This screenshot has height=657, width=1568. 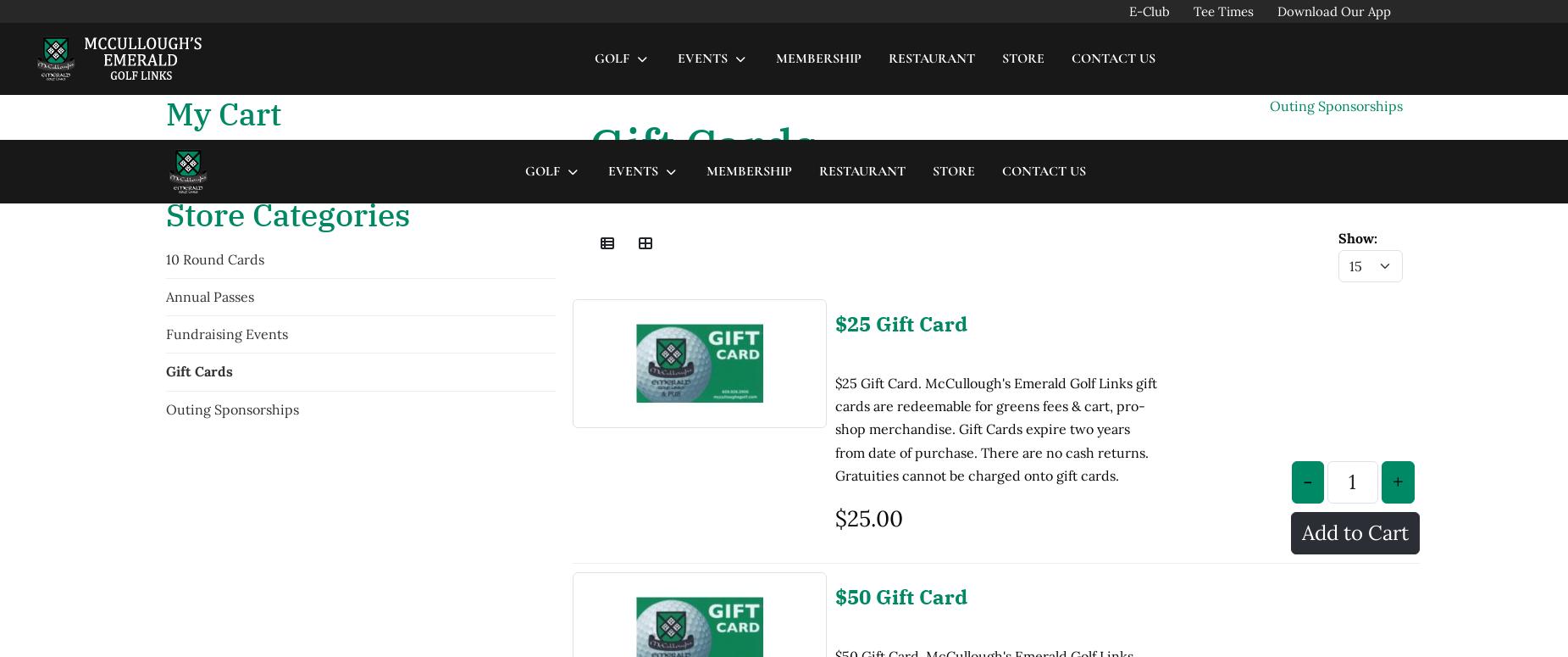 What do you see at coordinates (900, 182) in the screenshot?
I see `'$25 Gift Card'` at bounding box center [900, 182].